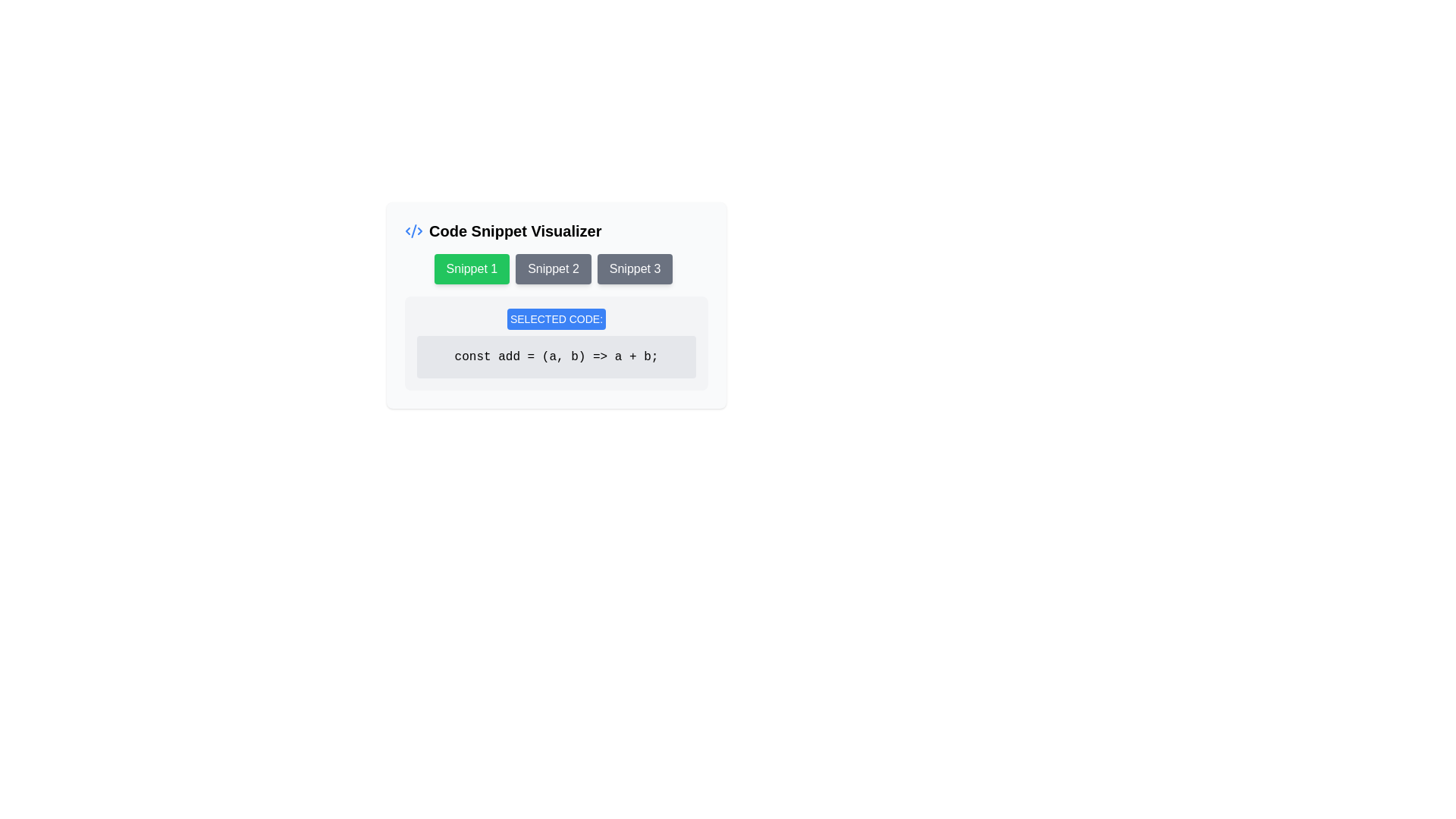  What do you see at coordinates (556, 318) in the screenshot?
I see `the Text Label element displaying 'SELECTED CODE:' with a blue background and white text, located at the top left of the content area above the code snippet` at bounding box center [556, 318].